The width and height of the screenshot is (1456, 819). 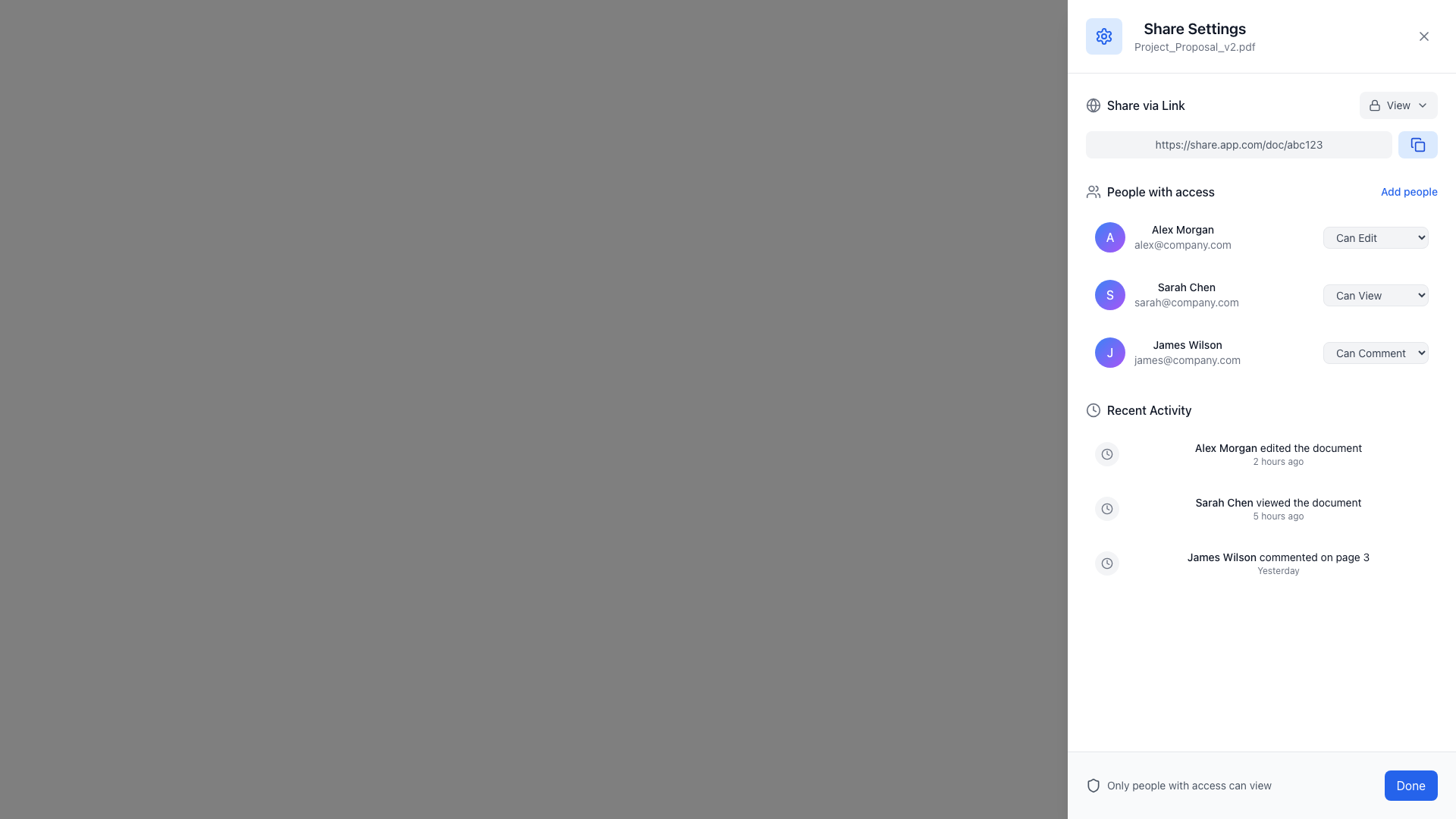 I want to click on the decorative circular component of the clock icon located, so click(x=1093, y=409).